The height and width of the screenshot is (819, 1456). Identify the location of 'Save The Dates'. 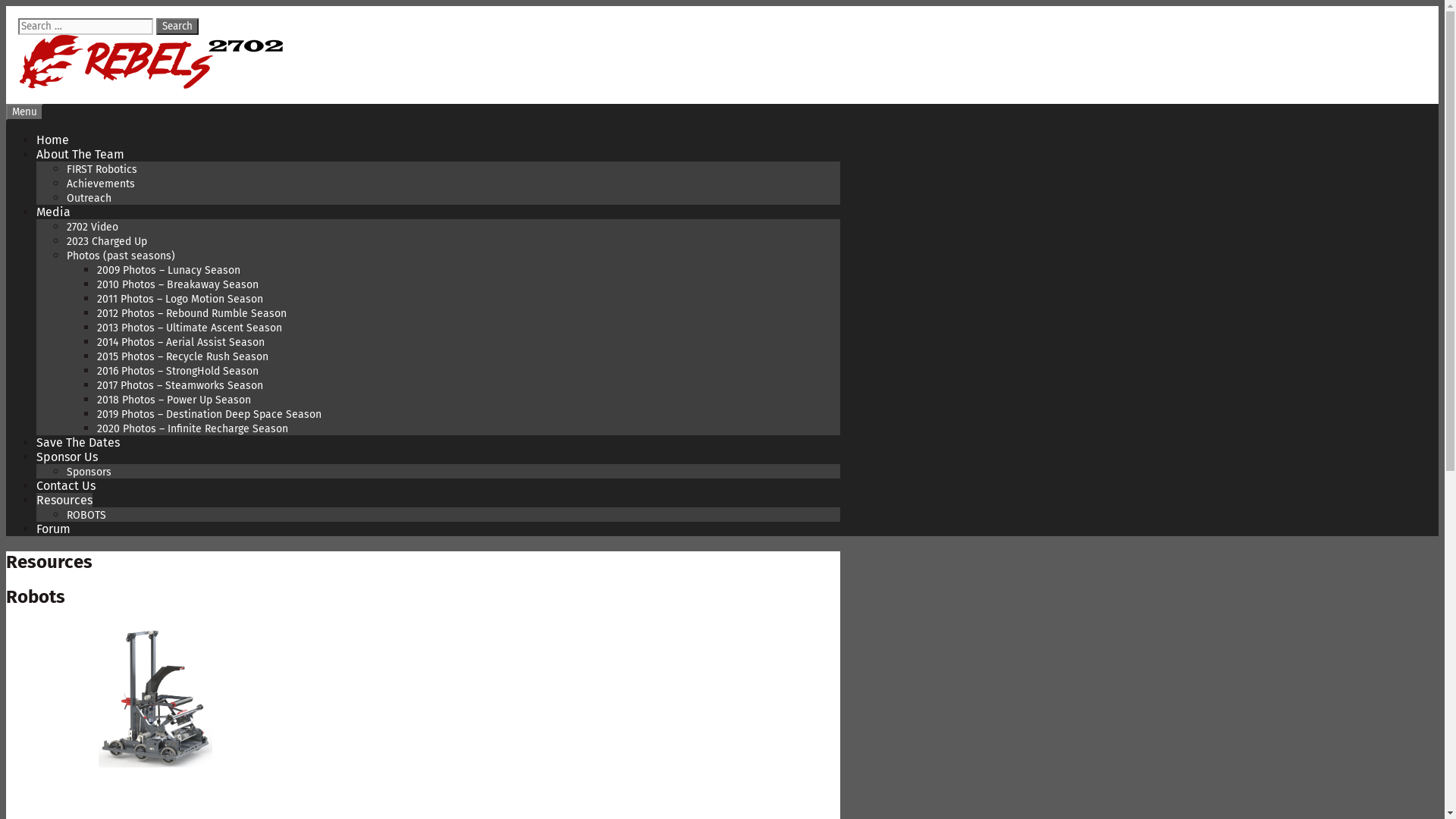
(77, 442).